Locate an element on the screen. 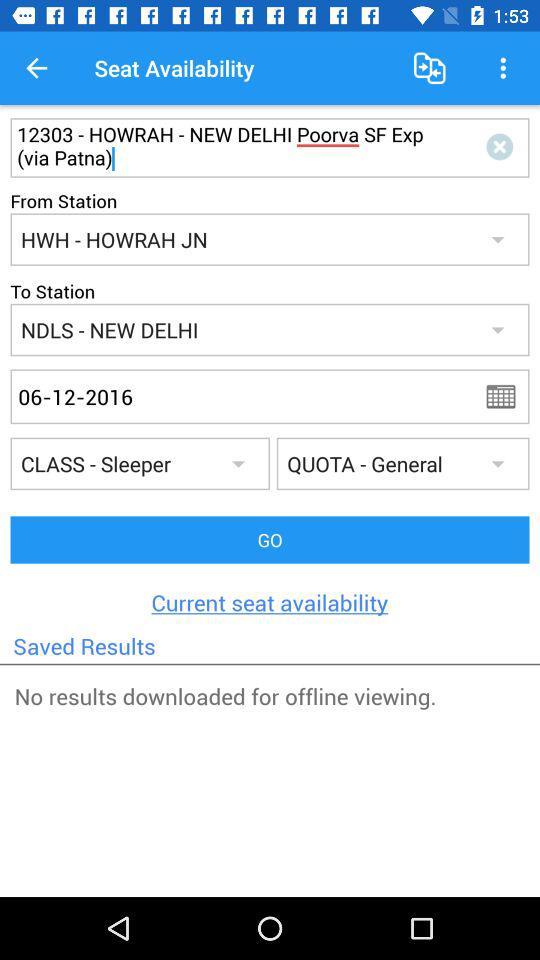 This screenshot has width=540, height=960. delete selection is located at coordinates (502, 146).